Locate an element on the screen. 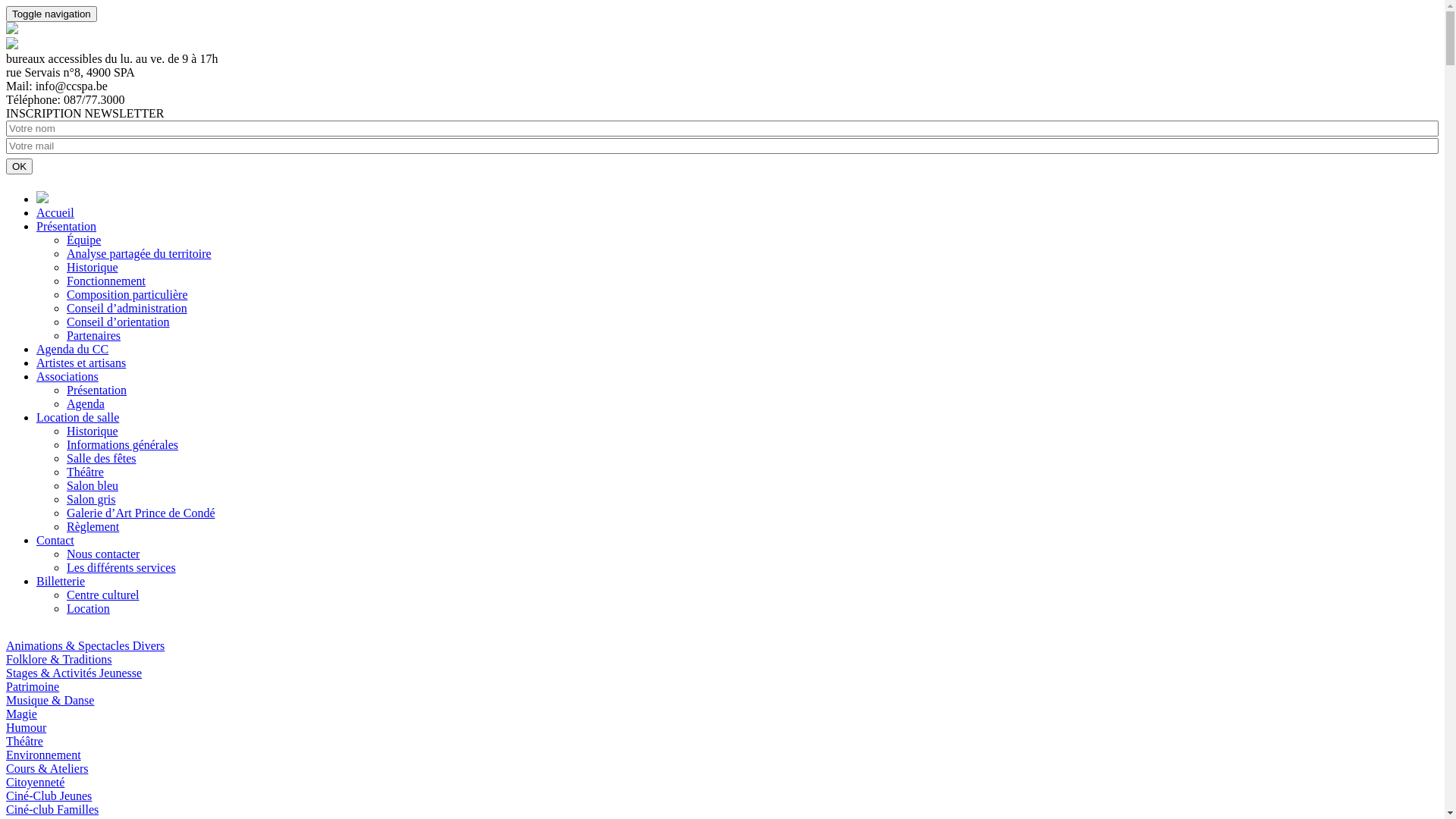  'Billetterie' is located at coordinates (61, 580).